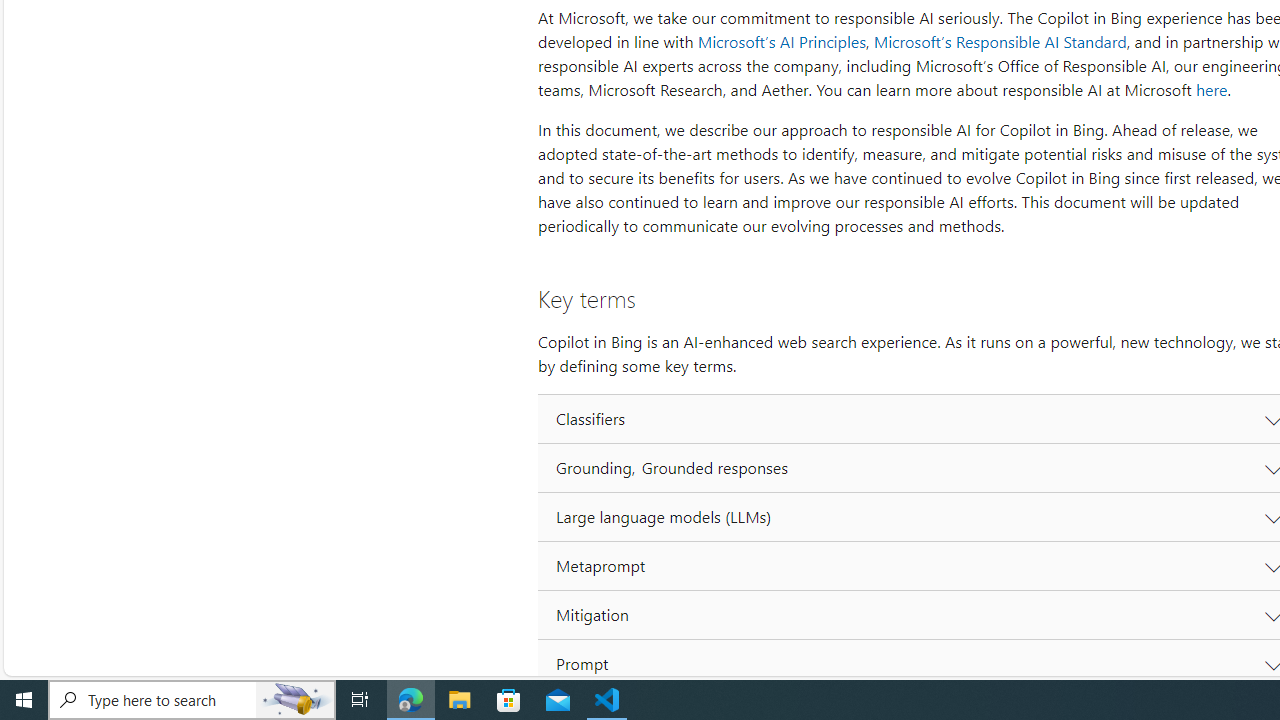  I want to click on 'here', so click(1210, 90).